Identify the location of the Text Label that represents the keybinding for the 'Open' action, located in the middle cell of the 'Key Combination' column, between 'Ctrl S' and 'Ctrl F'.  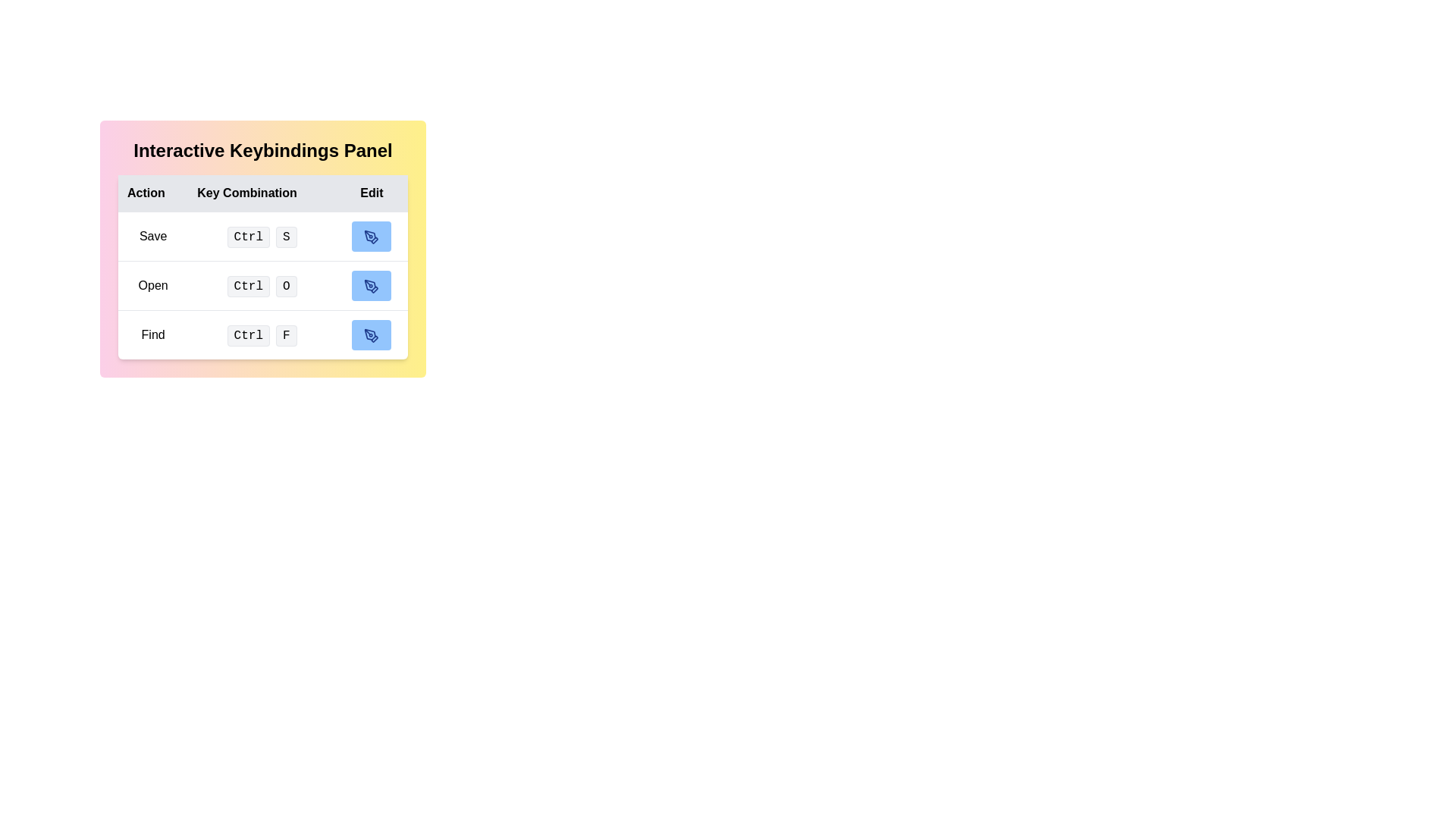
(248, 286).